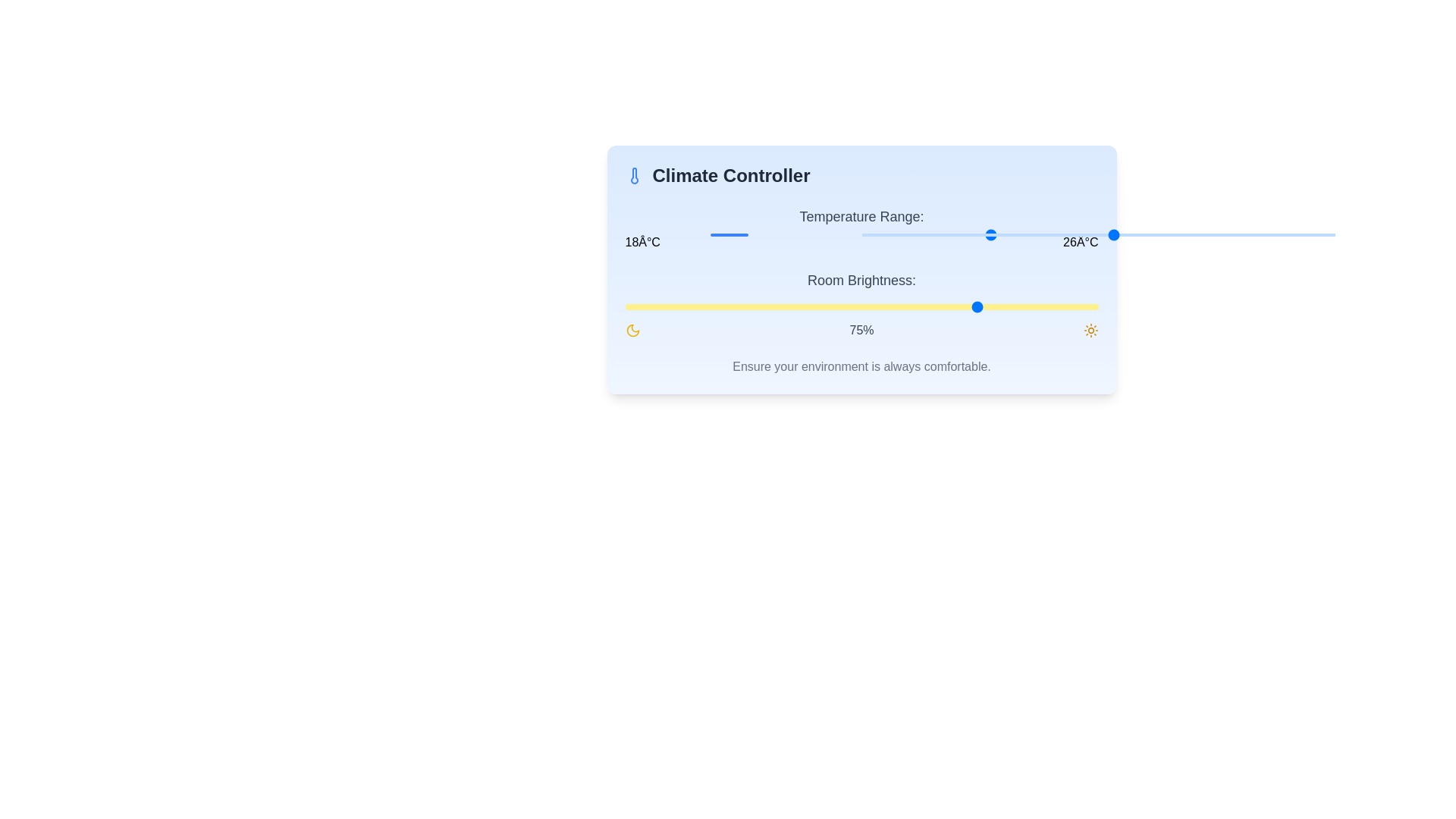 This screenshot has height=819, width=1456. What do you see at coordinates (975, 307) in the screenshot?
I see `the room brightness` at bounding box center [975, 307].